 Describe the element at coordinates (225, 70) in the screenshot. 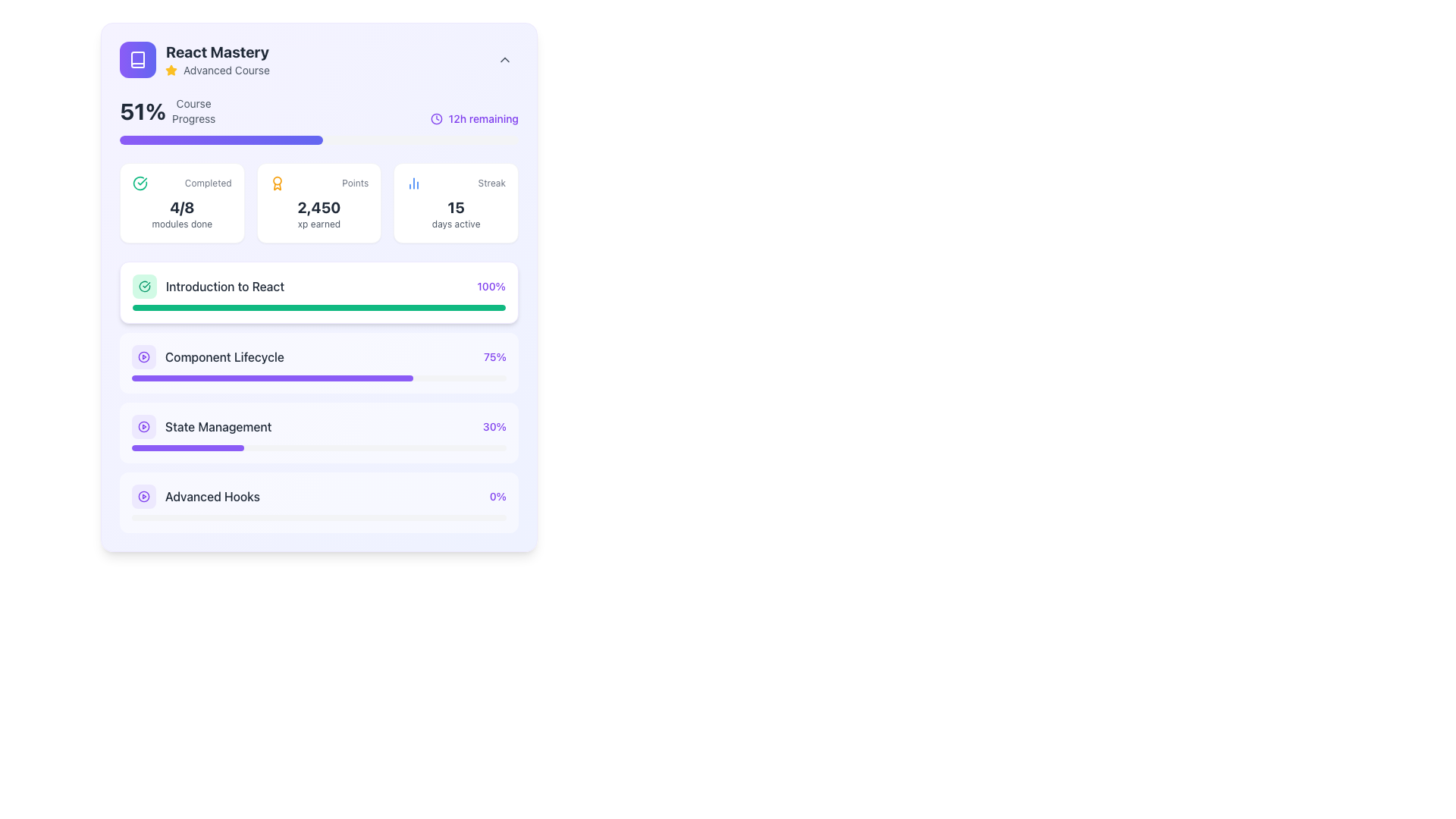

I see `text label that displays 'Advanced Course', which is styled with small, gray text and is located next to a gold star icon in the course progress dashboard` at that location.